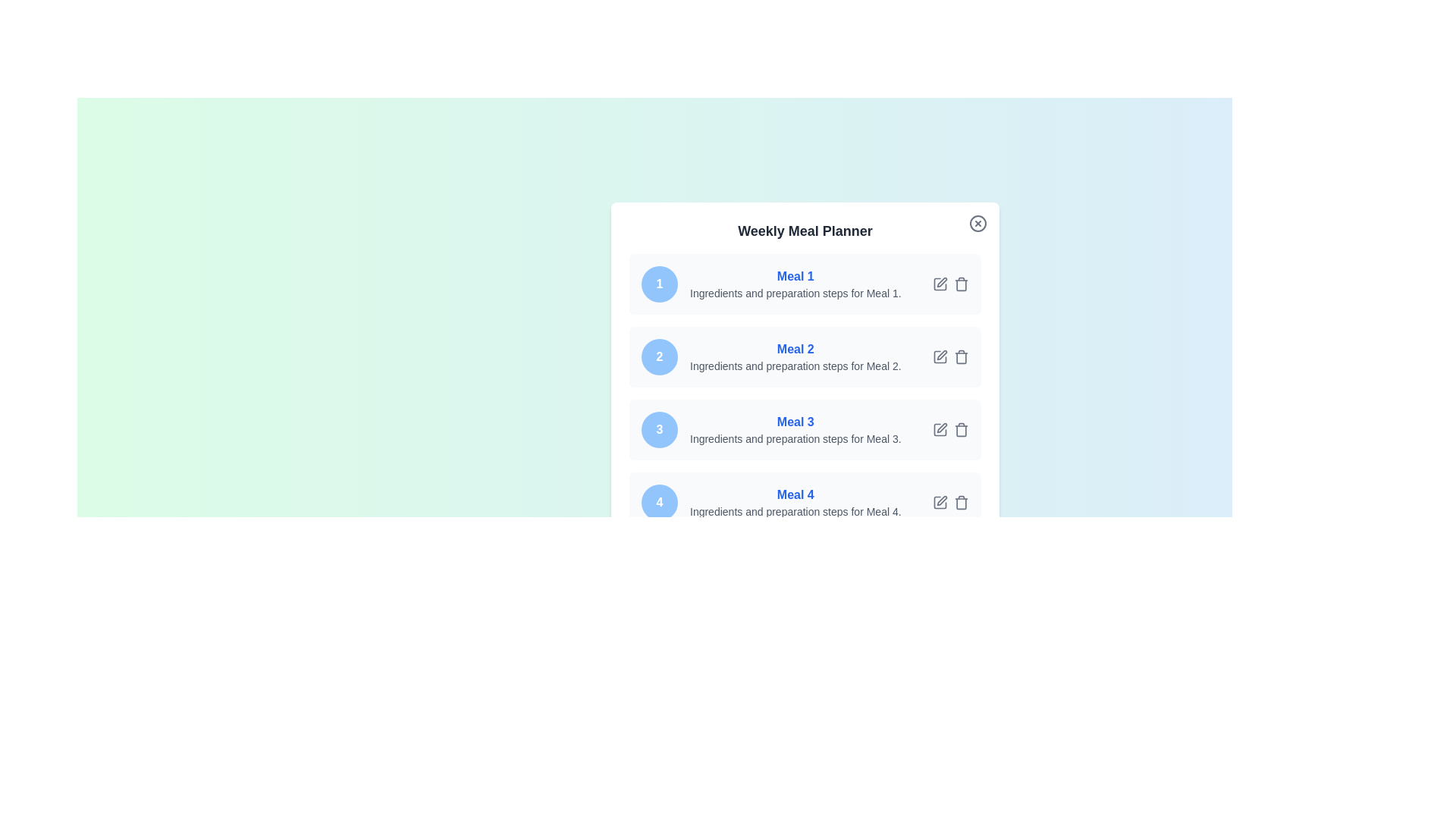  What do you see at coordinates (659, 356) in the screenshot?
I see `the day indicator for meal 2` at bounding box center [659, 356].